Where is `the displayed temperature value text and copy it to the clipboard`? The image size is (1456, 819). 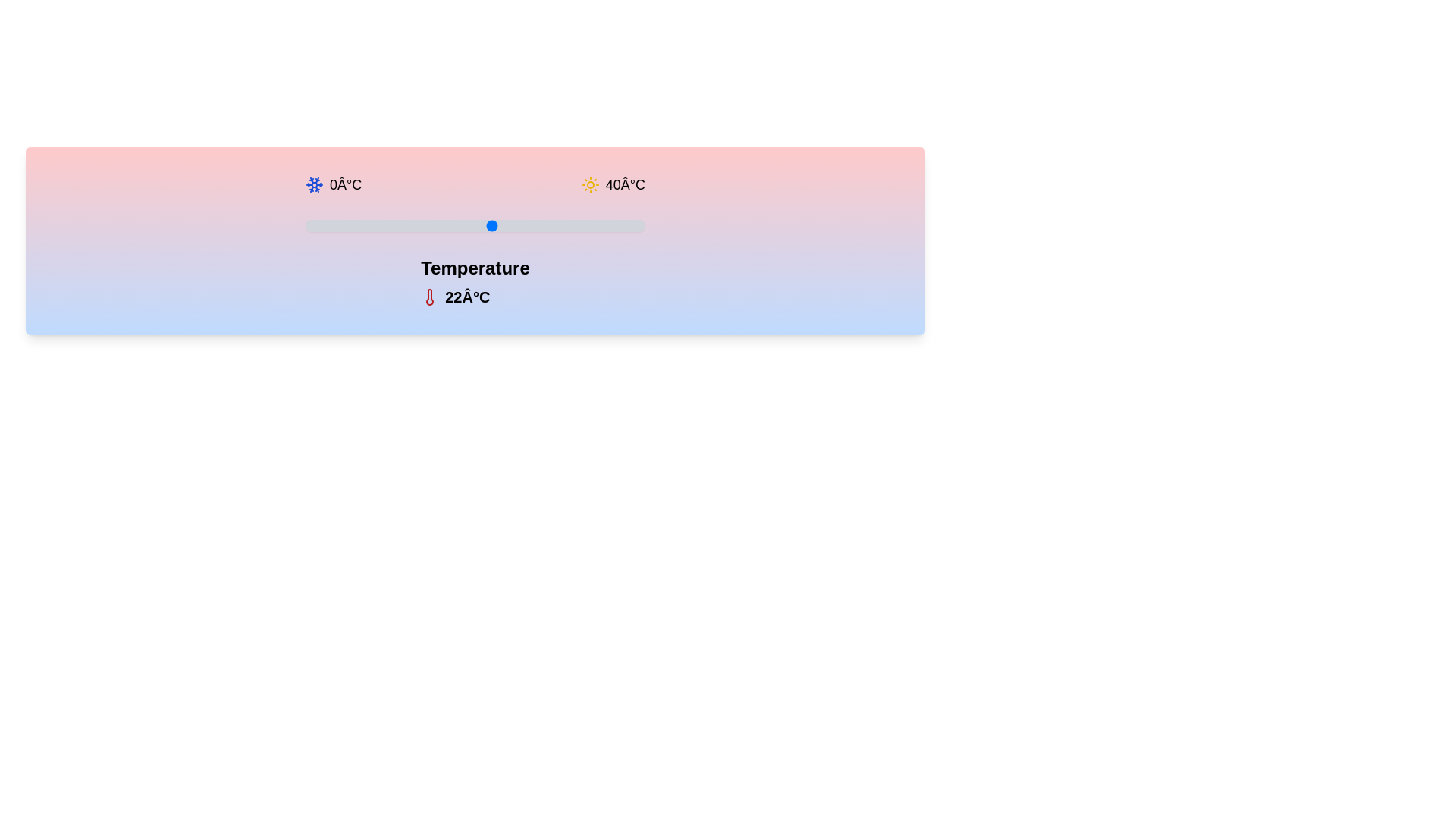 the displayed temperature value text and copy it to the clipboard is located at coordinates (444, 287).